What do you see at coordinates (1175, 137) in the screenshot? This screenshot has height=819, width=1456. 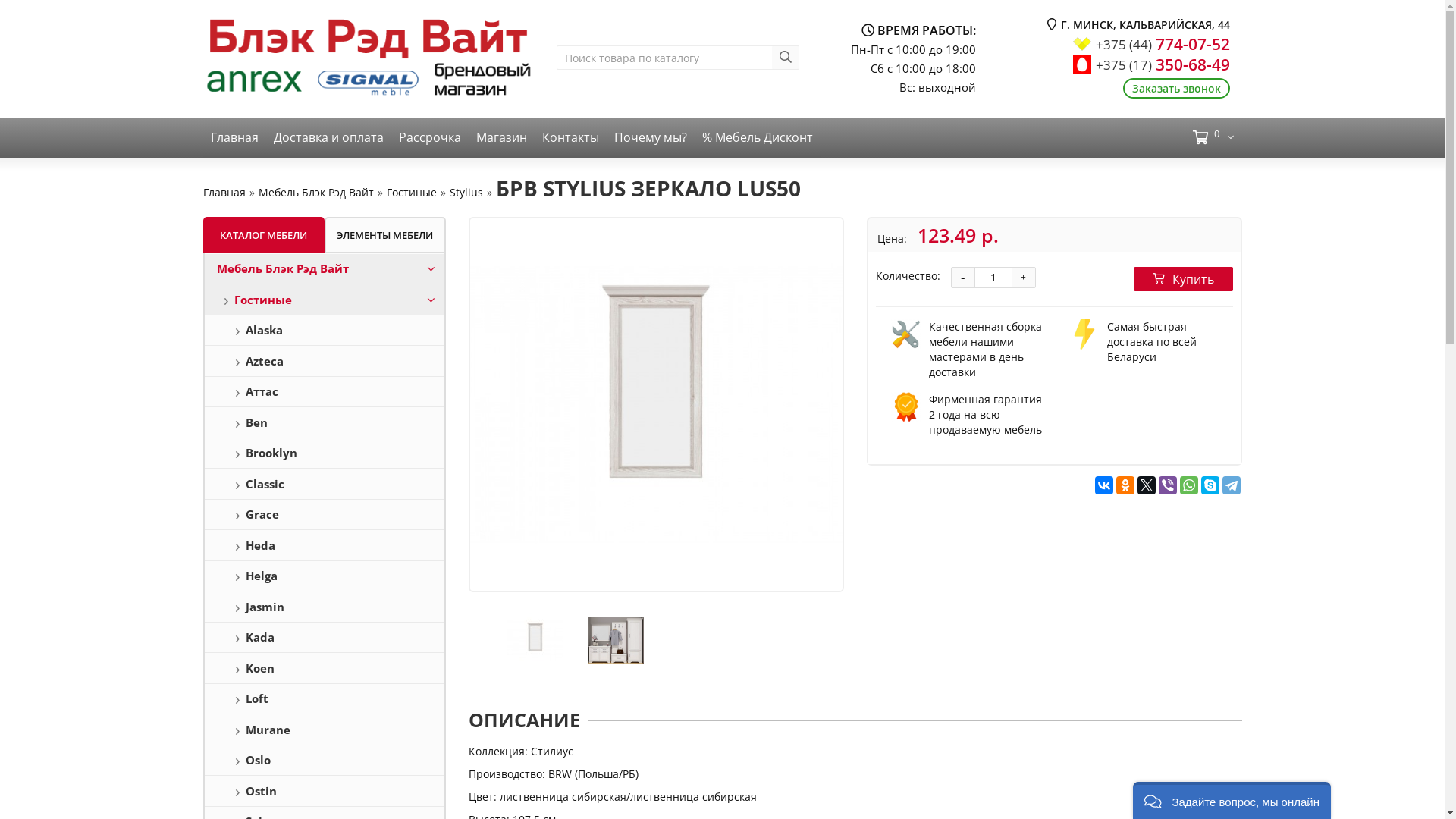 I see `'0'` at bounding box center [1175, 137].